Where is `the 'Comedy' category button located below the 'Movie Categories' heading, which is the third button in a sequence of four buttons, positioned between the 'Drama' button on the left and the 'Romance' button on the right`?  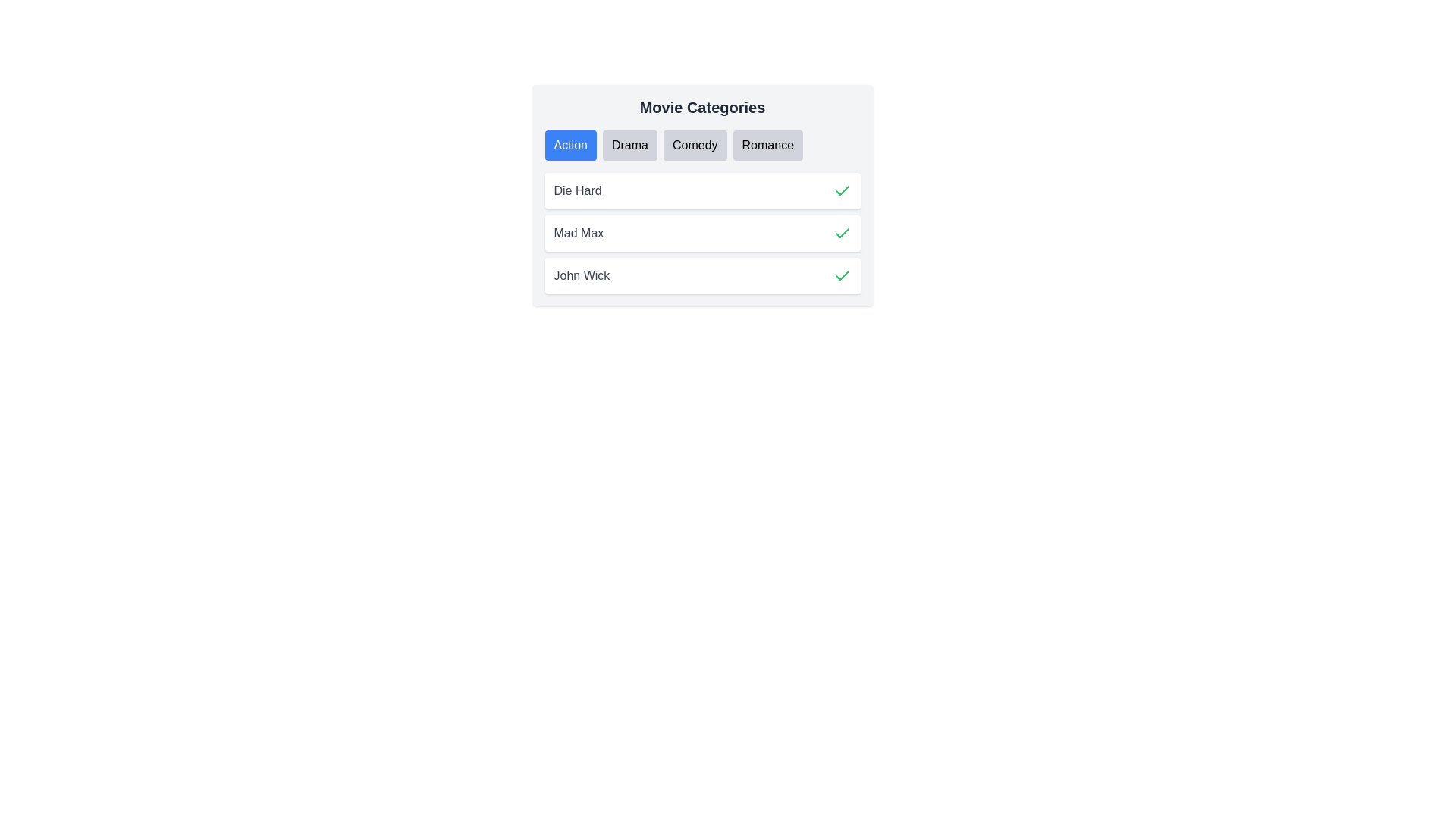
the 'Comedy' category button located below the 'Movie Categories' heading, which is the third button in a sequence of four buttons, positioned between the 'Drama' button on the left and the 'Romance' button on the right is located at coordinates (694, 146).